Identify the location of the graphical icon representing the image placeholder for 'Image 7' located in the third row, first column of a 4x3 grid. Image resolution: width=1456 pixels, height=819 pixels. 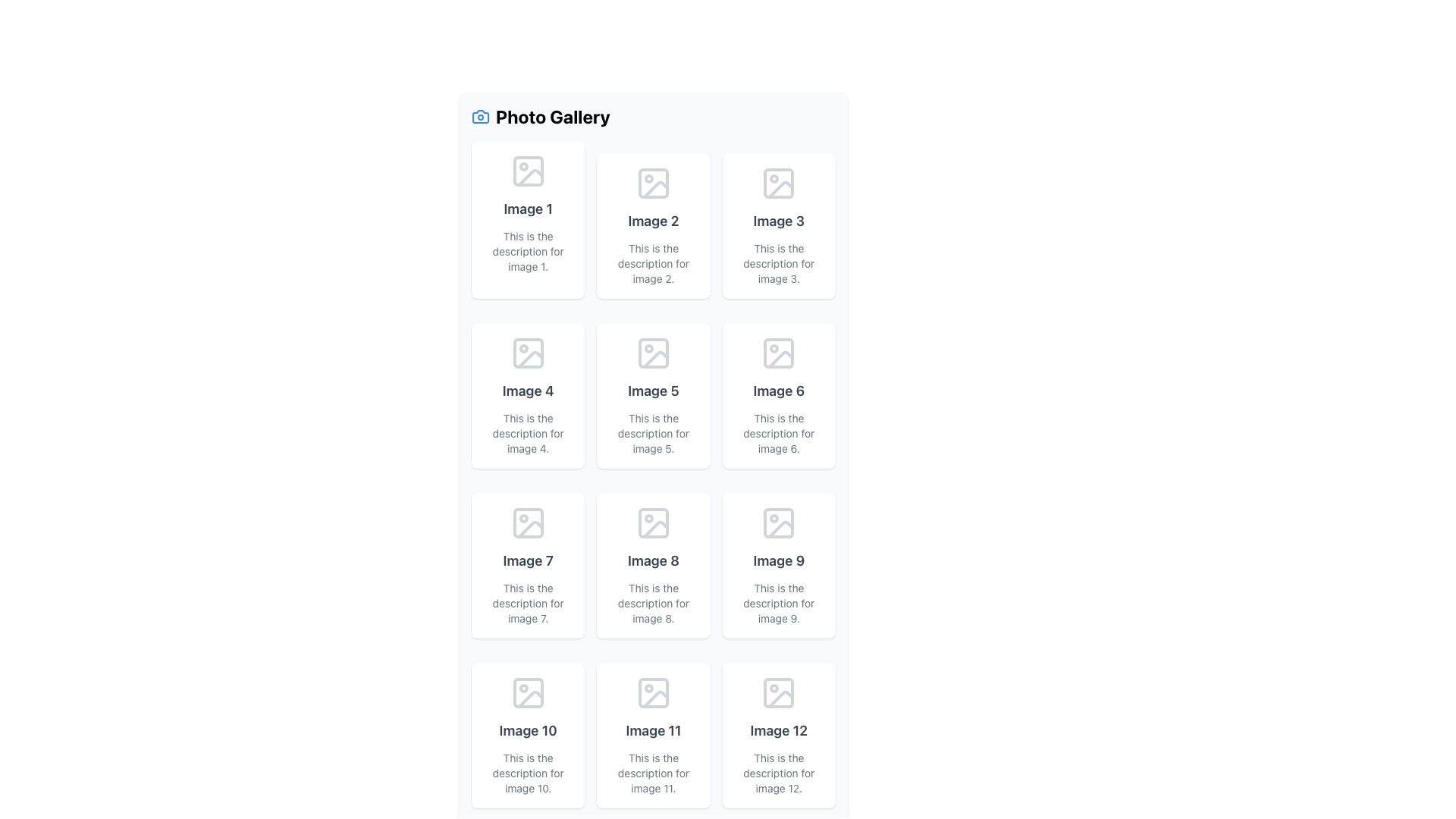
(530, 529).